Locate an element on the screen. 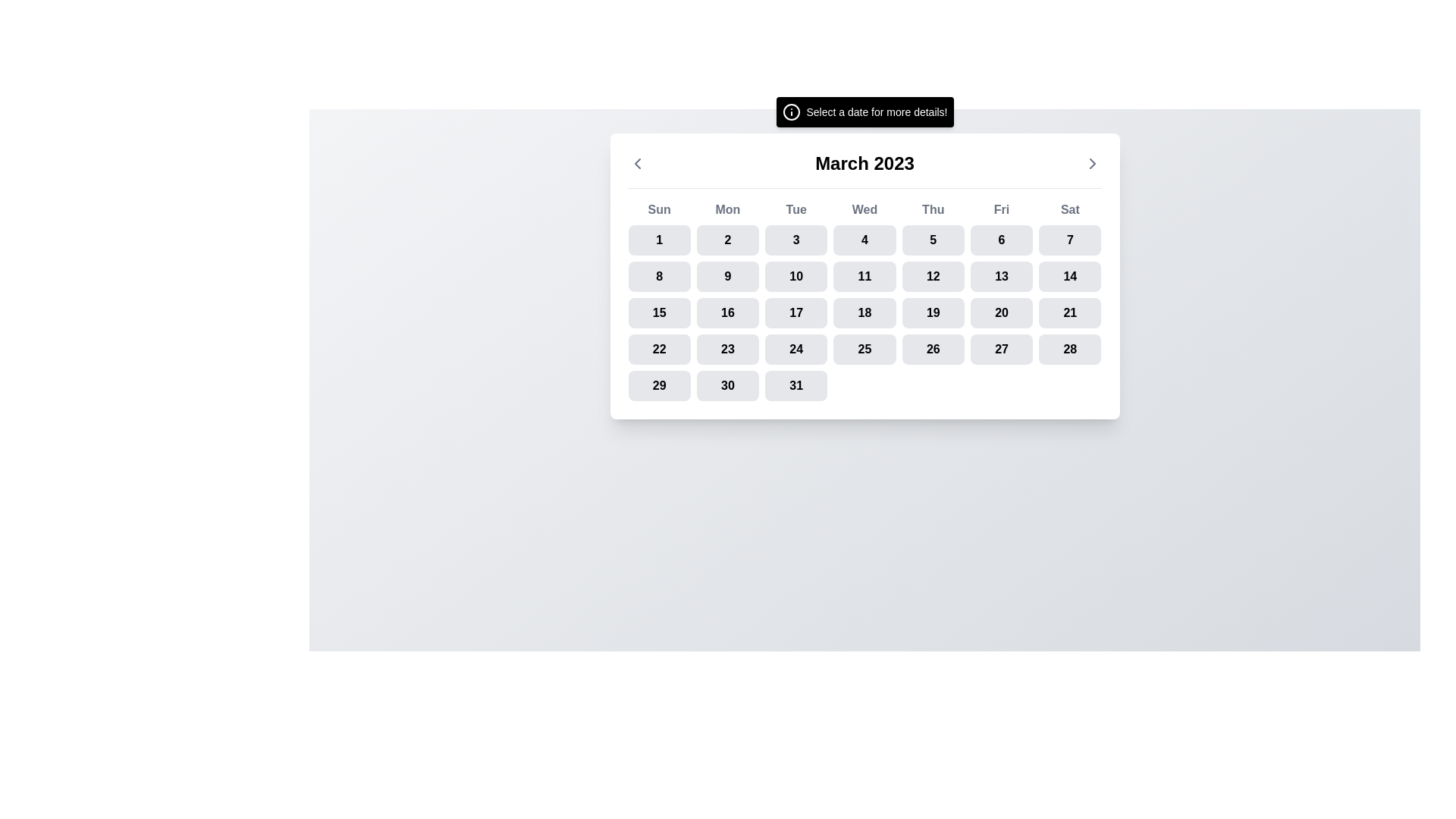 The height and width of the screenshot is (819, 1456). the square button labeled '16' in the calendar grid is located at coordinates (728, 312).